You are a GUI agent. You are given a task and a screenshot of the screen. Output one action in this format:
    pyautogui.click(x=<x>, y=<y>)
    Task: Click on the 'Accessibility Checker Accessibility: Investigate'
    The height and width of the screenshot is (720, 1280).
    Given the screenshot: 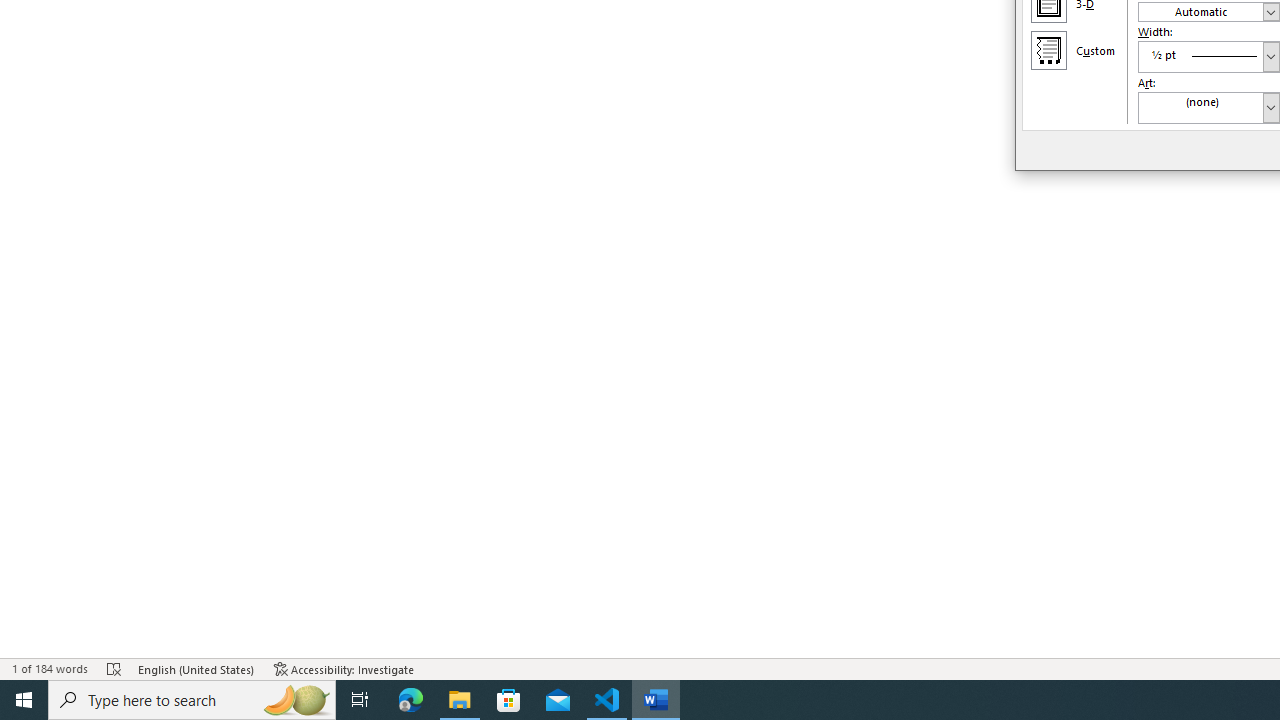 What is the action you would take?
    pyautogui.click(x=344, y=669)
    